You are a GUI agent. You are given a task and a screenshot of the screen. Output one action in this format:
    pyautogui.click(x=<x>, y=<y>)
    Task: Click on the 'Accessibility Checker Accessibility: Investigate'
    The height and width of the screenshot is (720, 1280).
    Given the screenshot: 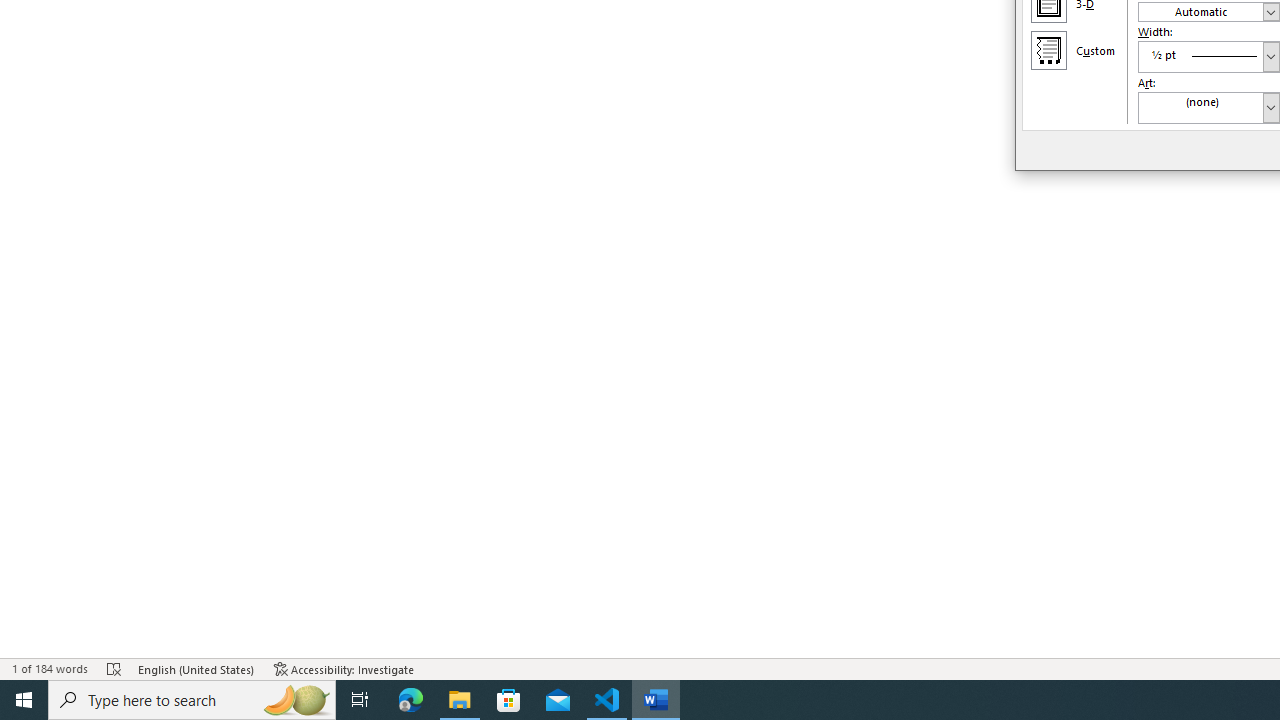 What is the action you would take?
    pyautogui.click(x=344, y=669)
    